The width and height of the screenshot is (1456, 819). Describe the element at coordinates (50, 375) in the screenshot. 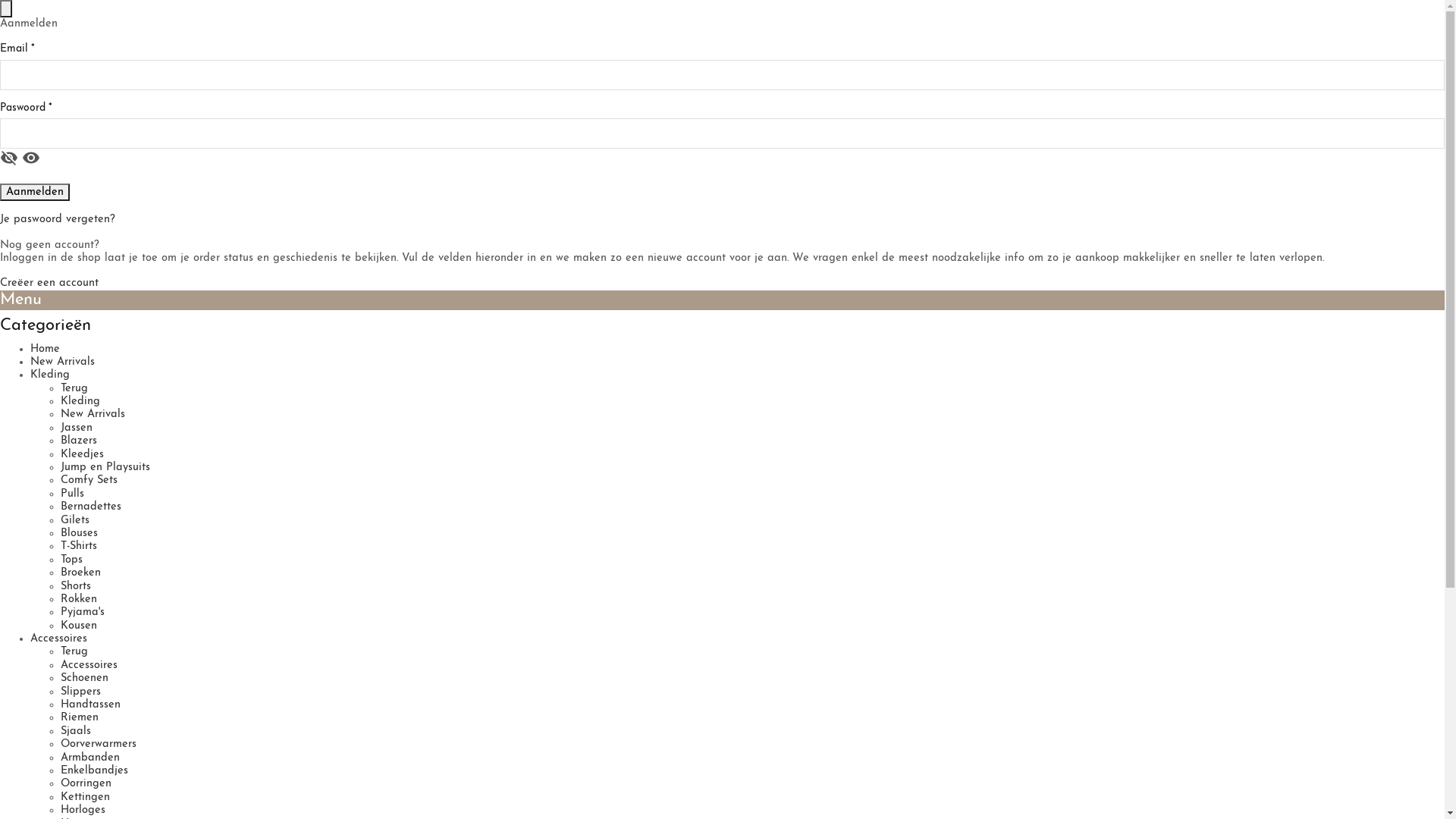

I see `'Kleding'` at that location.